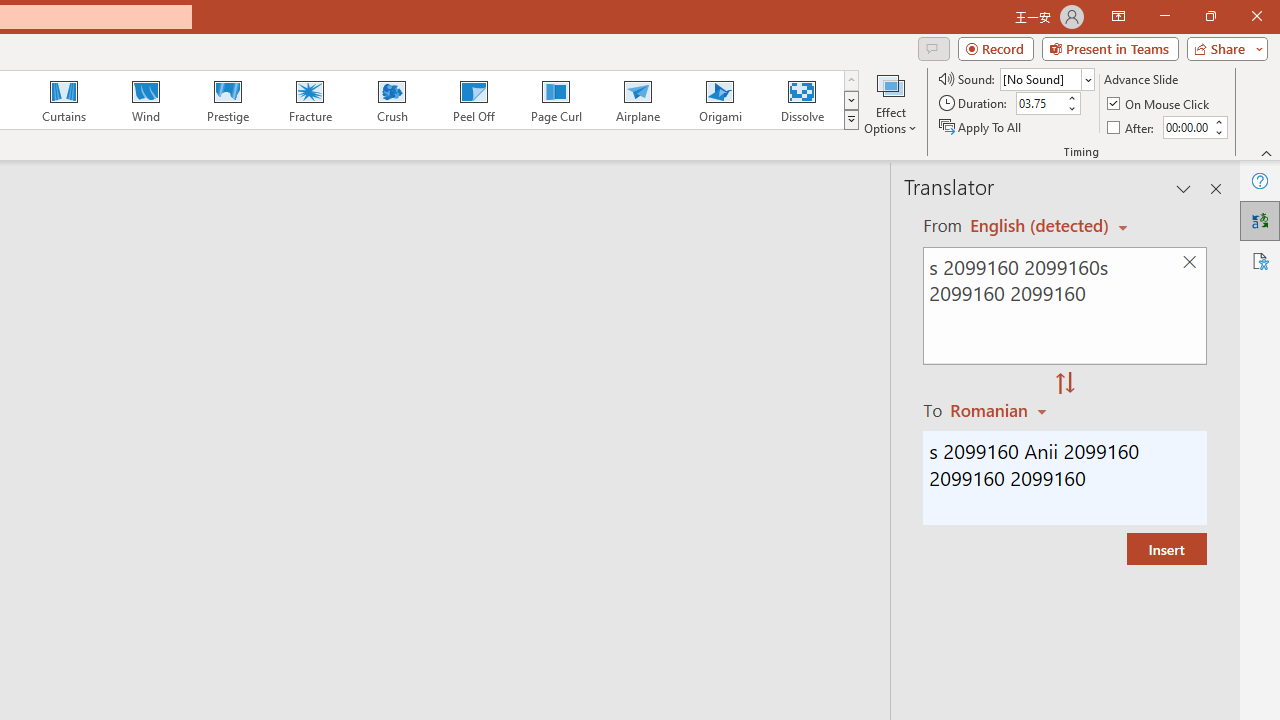  What do you see at coordinates (851, 120) in the screenshot?
I see `'Transition Effects'` at bounding box center [851, 120].